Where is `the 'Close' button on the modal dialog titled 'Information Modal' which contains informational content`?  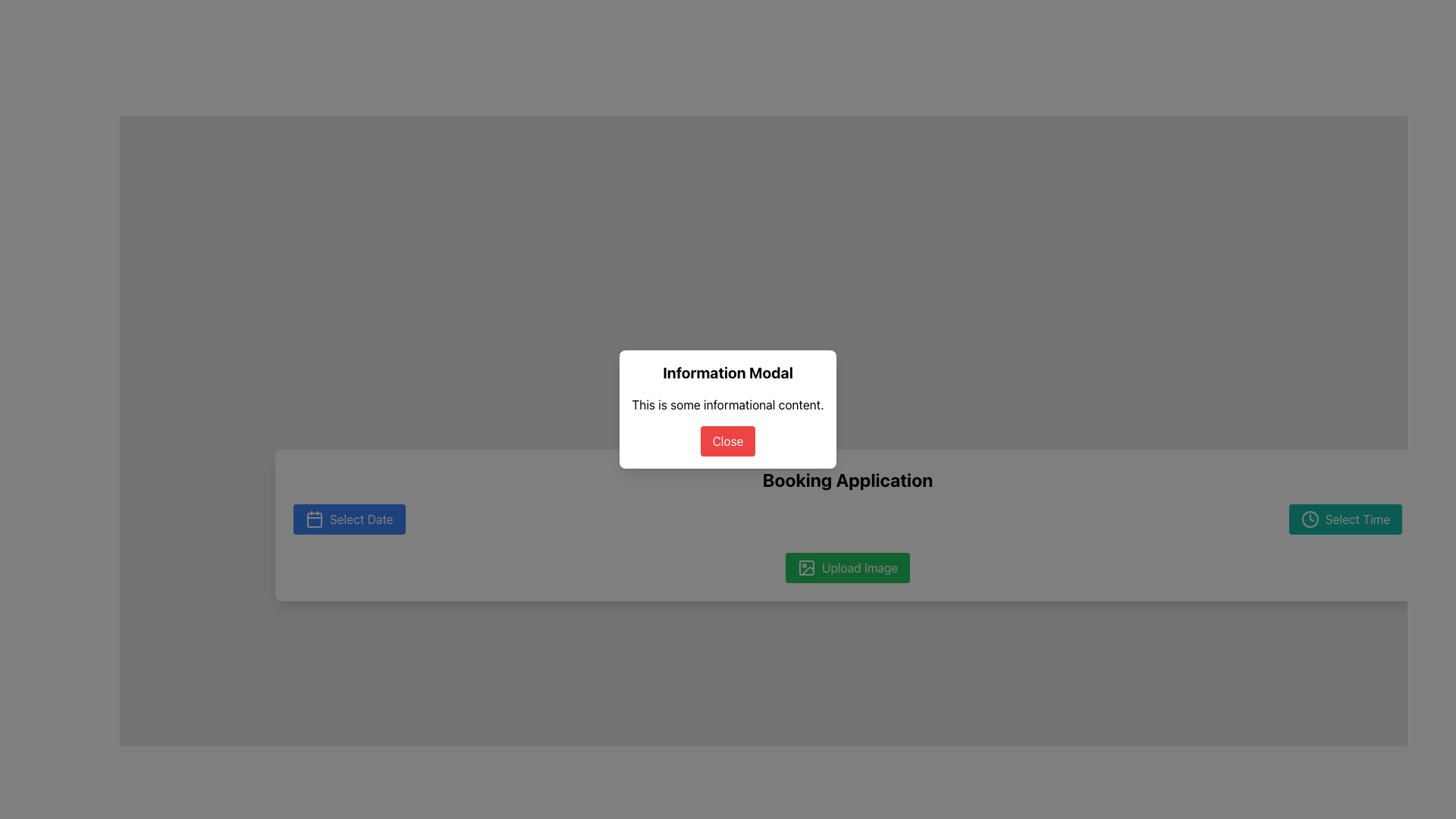
the 'Close' button on the modal dialog titled 'Information Modal' which contains informational content is located at coordinates (728, 409).